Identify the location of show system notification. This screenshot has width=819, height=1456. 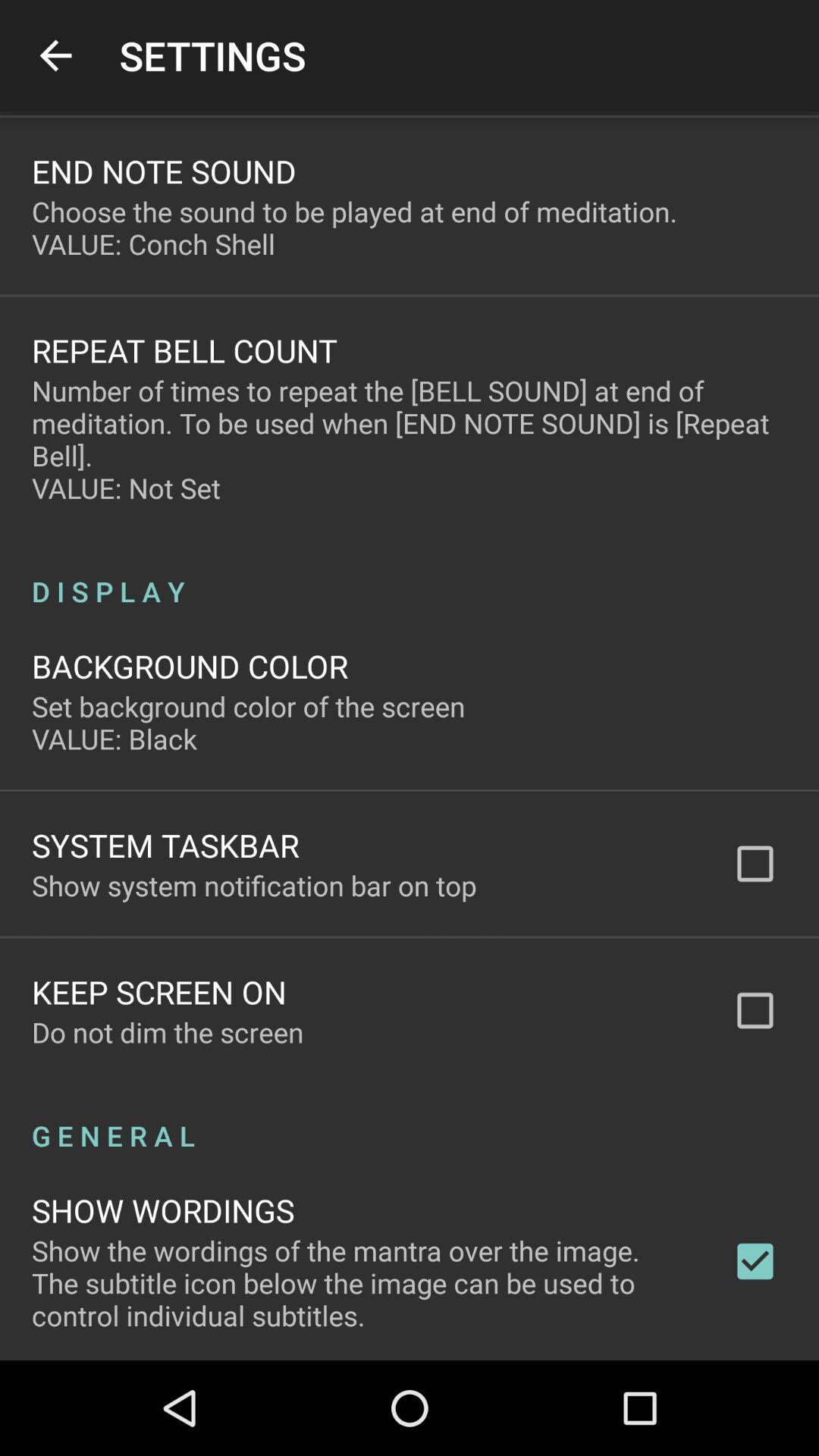
(253, 885).